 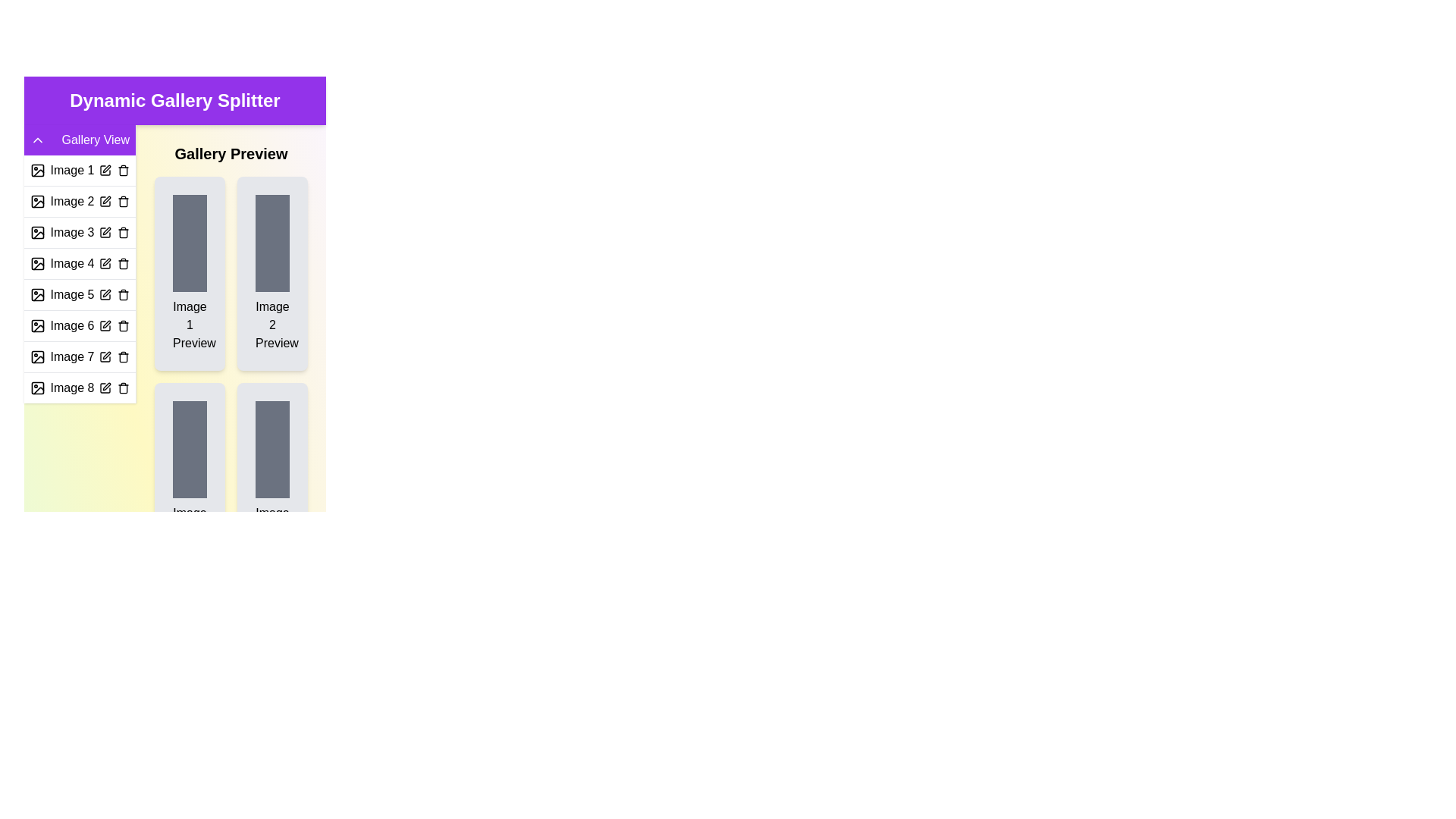 I want to click on the sixth row element labeled 'Image 6' in the Gallery View section, so click(x=79, y=325).